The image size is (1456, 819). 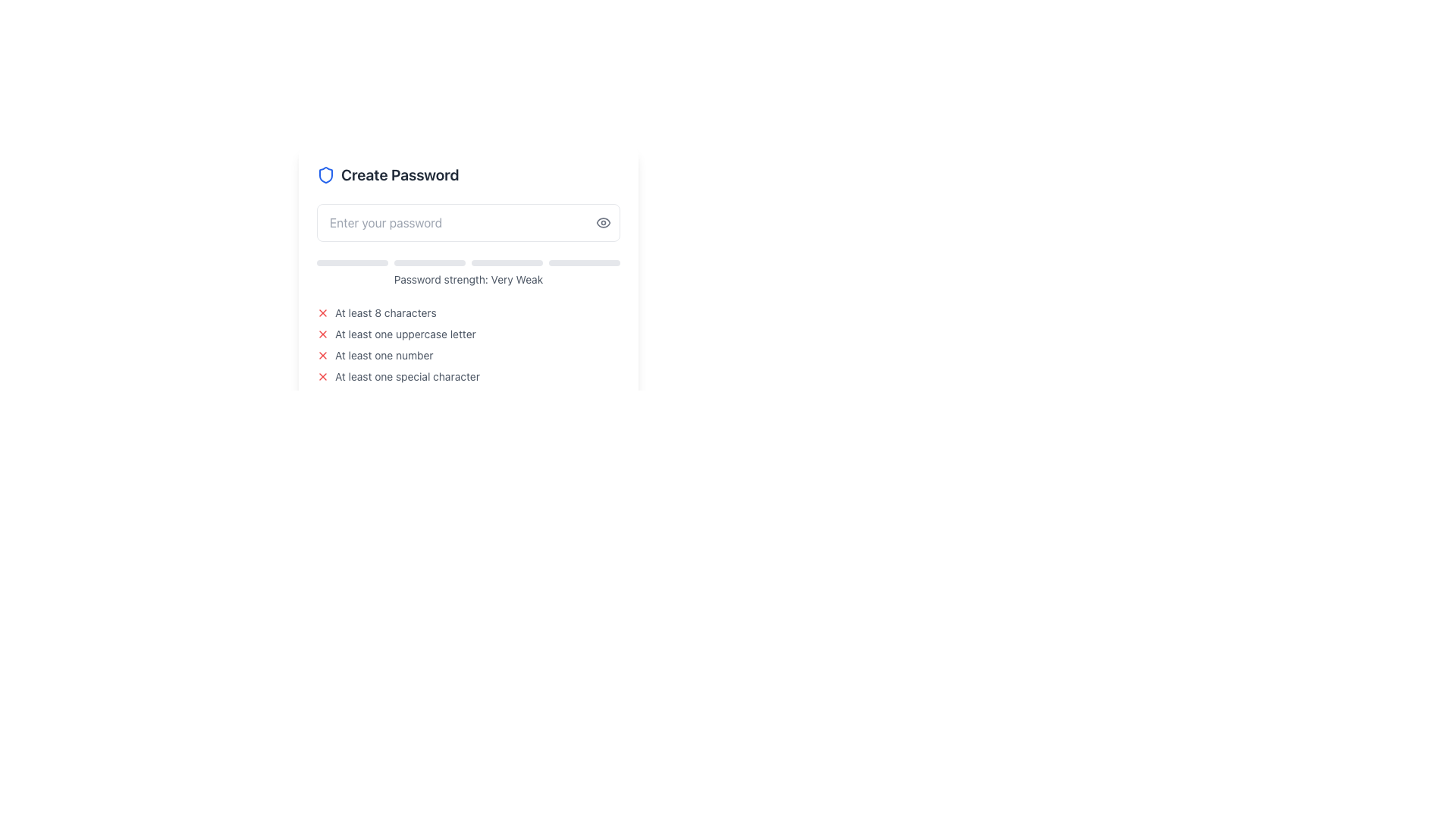 What do you see at coordinates (405, 333) in the screenshot?
I see `text from the Text Label displaying 'At least one uppercase letter', which is the second item in the password criteria list` at bounding box center [405, 333].